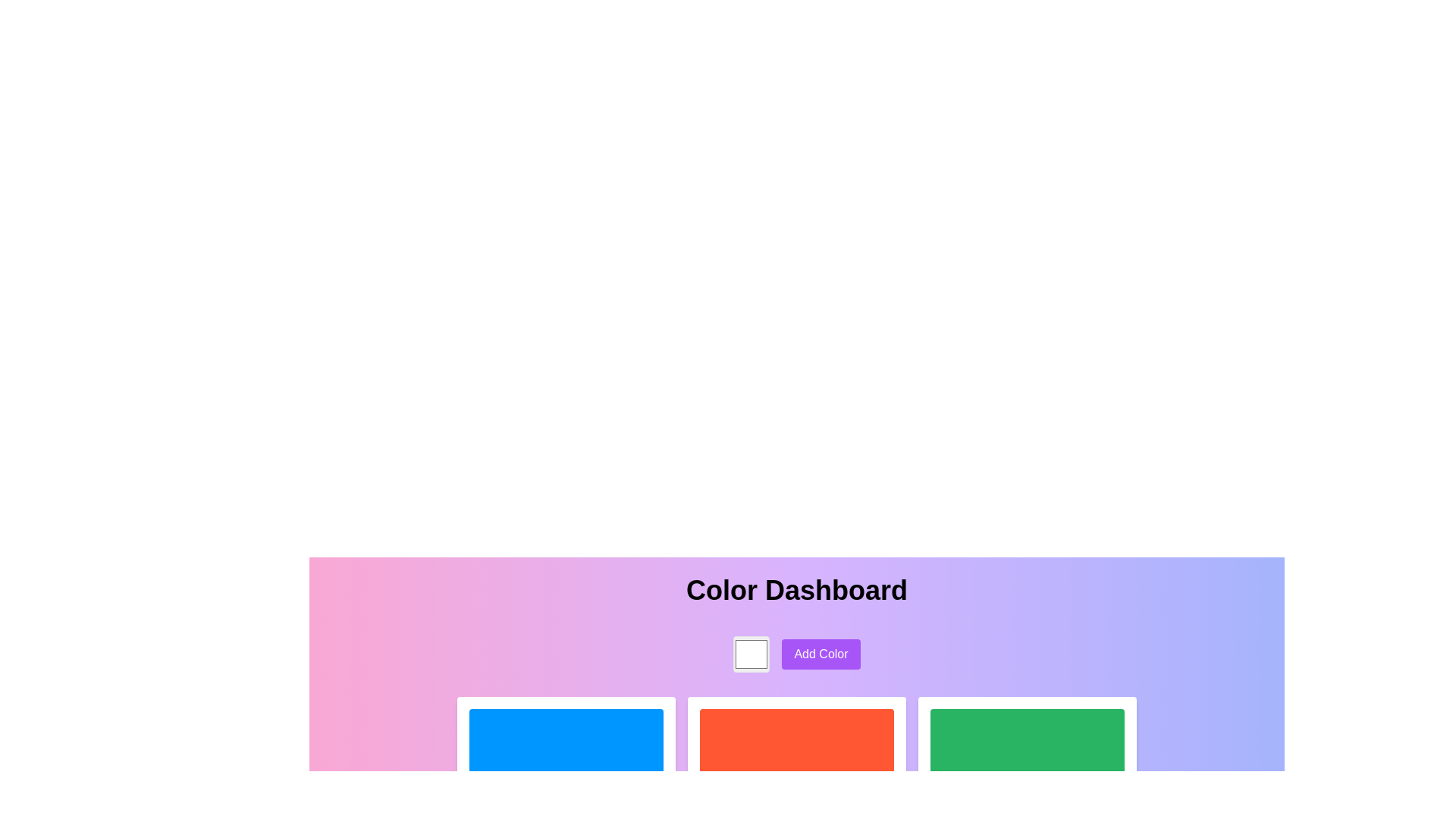 The width and height of the screenshot is (1456, 819). Describe the element at coordinates (796, 654) in the screenshot. I see `the 'Add Color' button, which has a purple background and rounded corners, located beneath the 'Color Dashboard' title and to the right of the color selector box` at that location.